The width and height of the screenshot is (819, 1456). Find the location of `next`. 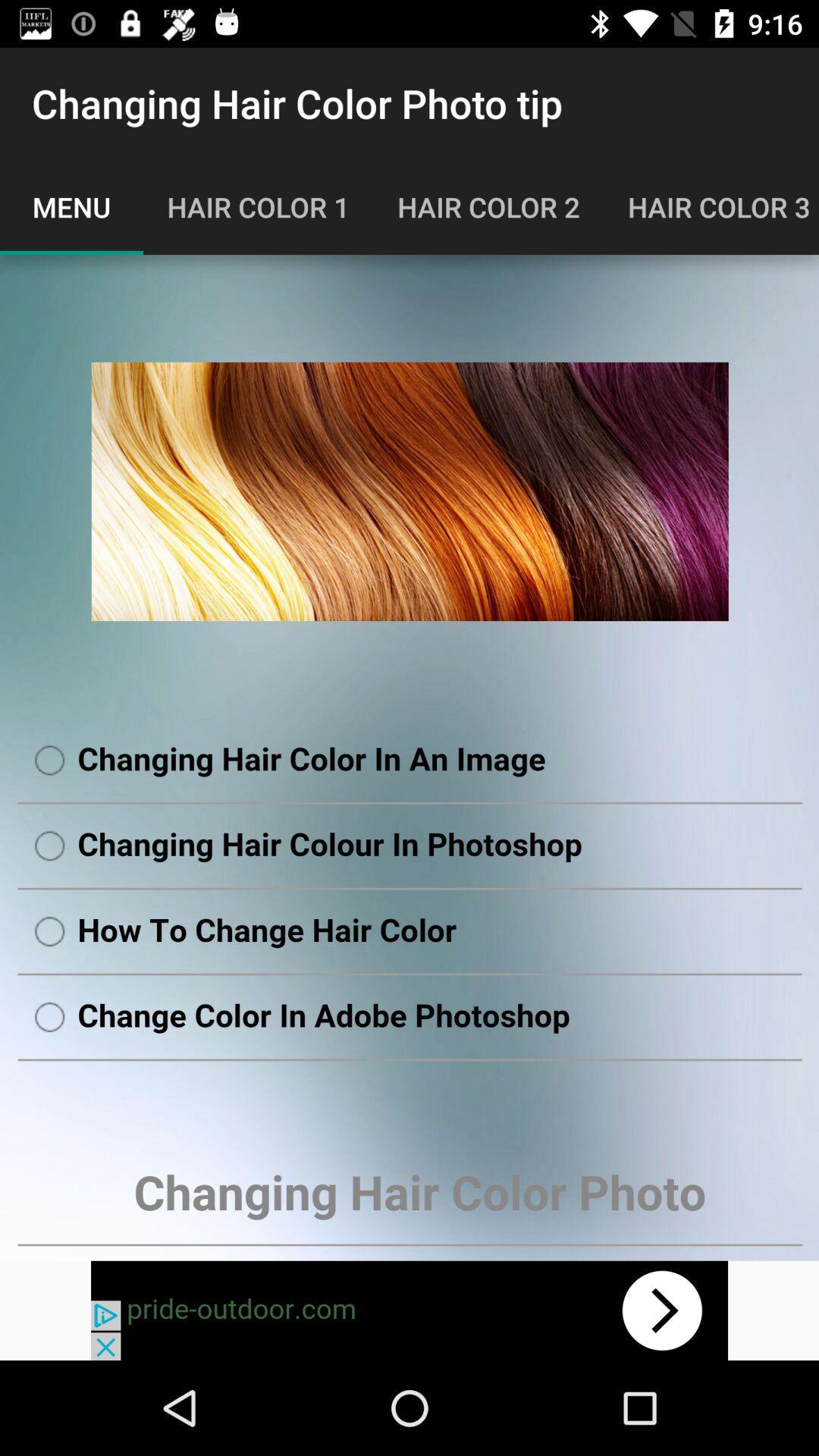

next is located at coordinates (409, 1310).